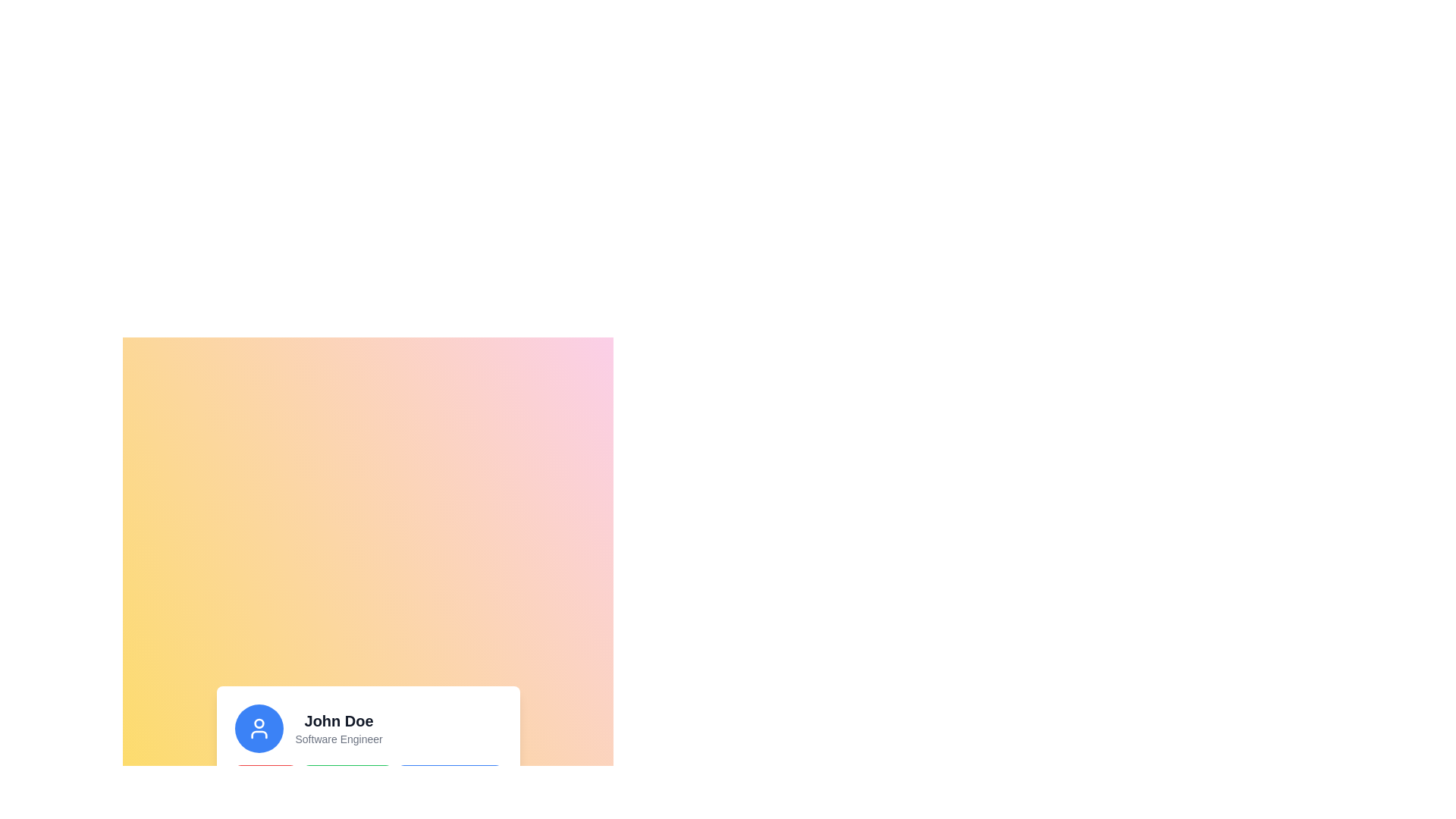 Image resolution: width=1456 pixels, height=819 pixels. Describe the element at coordinates (338, 727) in the screenshot. I see `the text label that displays the user's name and job title, located to the right of a circular blue icon with a user symbol` at that location.